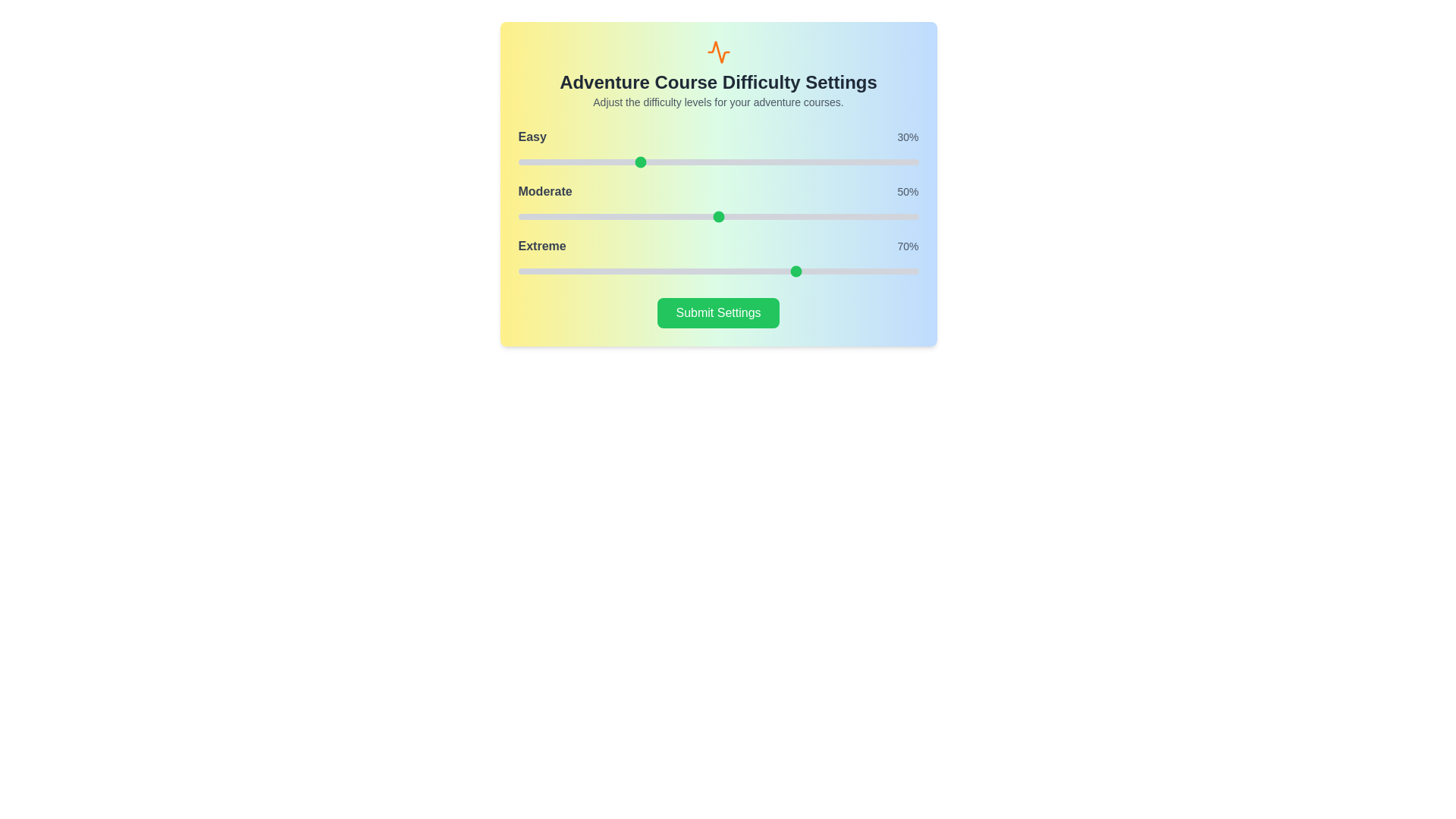 The image size is (1456, 819). Describe the element at coordinates (717, 312) in the screenshot. I see `'Submit Settings' button to save the changes` at that location.